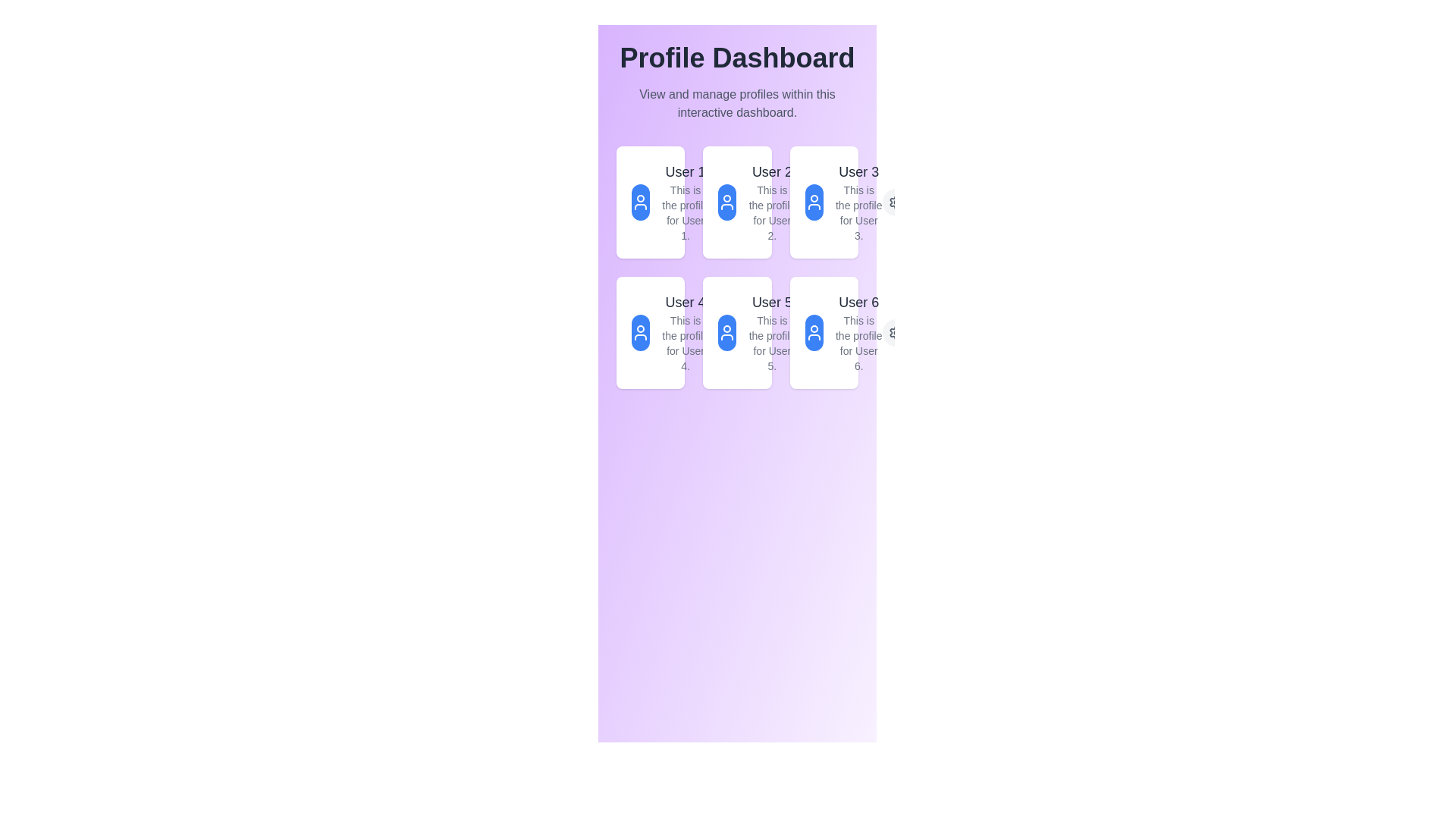 This screenshot has height=819, width=1456. Describe the element at coordinates (772, 332) in the screenshot. I see `the 'User 5' profile which includes the heading 'User 5' and descriptive text 'This is the profile for User 5.'` at that location.